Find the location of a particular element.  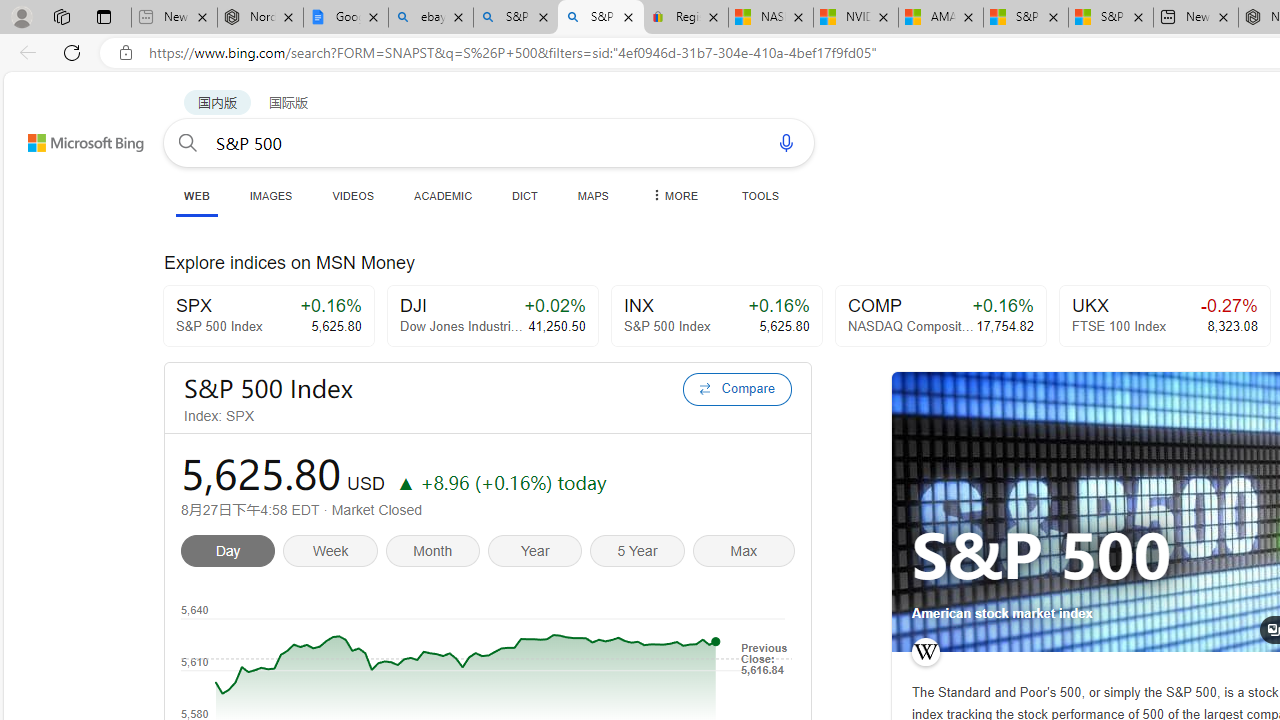

'Price increase' is located at coordinates (404, 482).